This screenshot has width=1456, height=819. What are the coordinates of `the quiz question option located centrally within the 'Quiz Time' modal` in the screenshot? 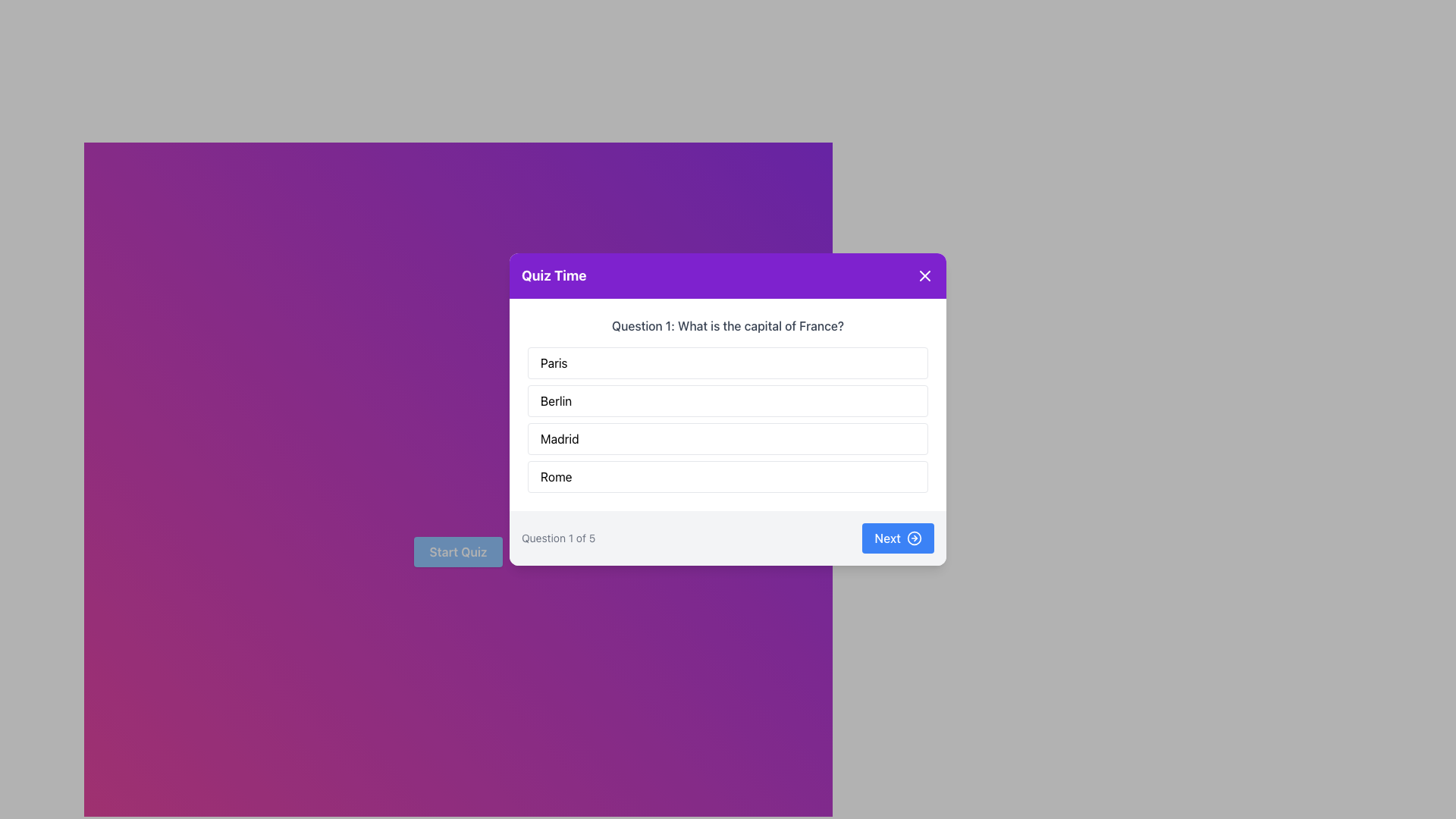 It's located at (728, 403).